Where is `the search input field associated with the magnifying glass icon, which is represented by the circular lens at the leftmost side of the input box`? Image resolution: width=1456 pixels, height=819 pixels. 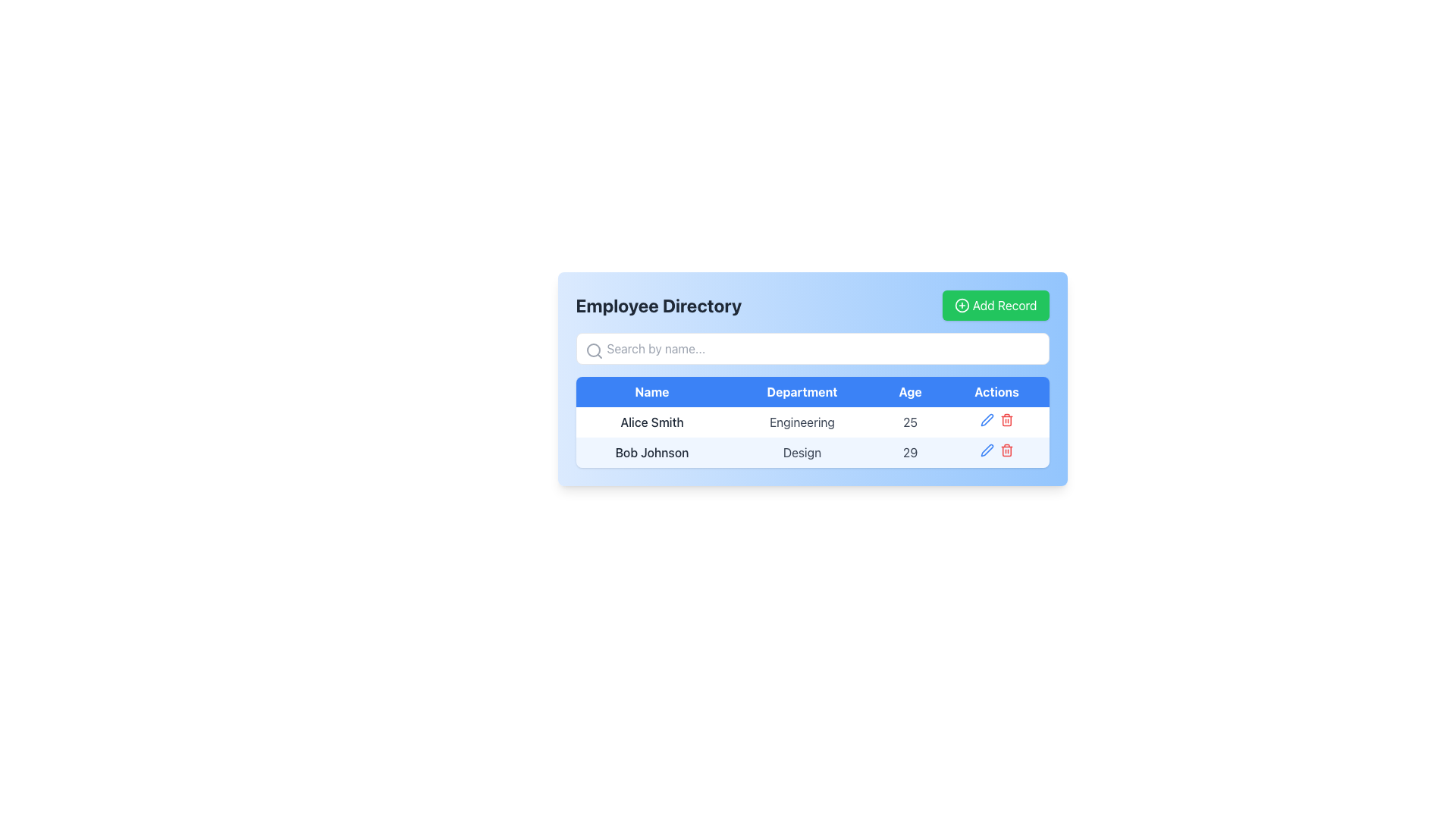 the search input field associated with the magnifying glass icon, which is represented by the circular lens at the leftmost side of the input box is located at coordinates (592, 350).